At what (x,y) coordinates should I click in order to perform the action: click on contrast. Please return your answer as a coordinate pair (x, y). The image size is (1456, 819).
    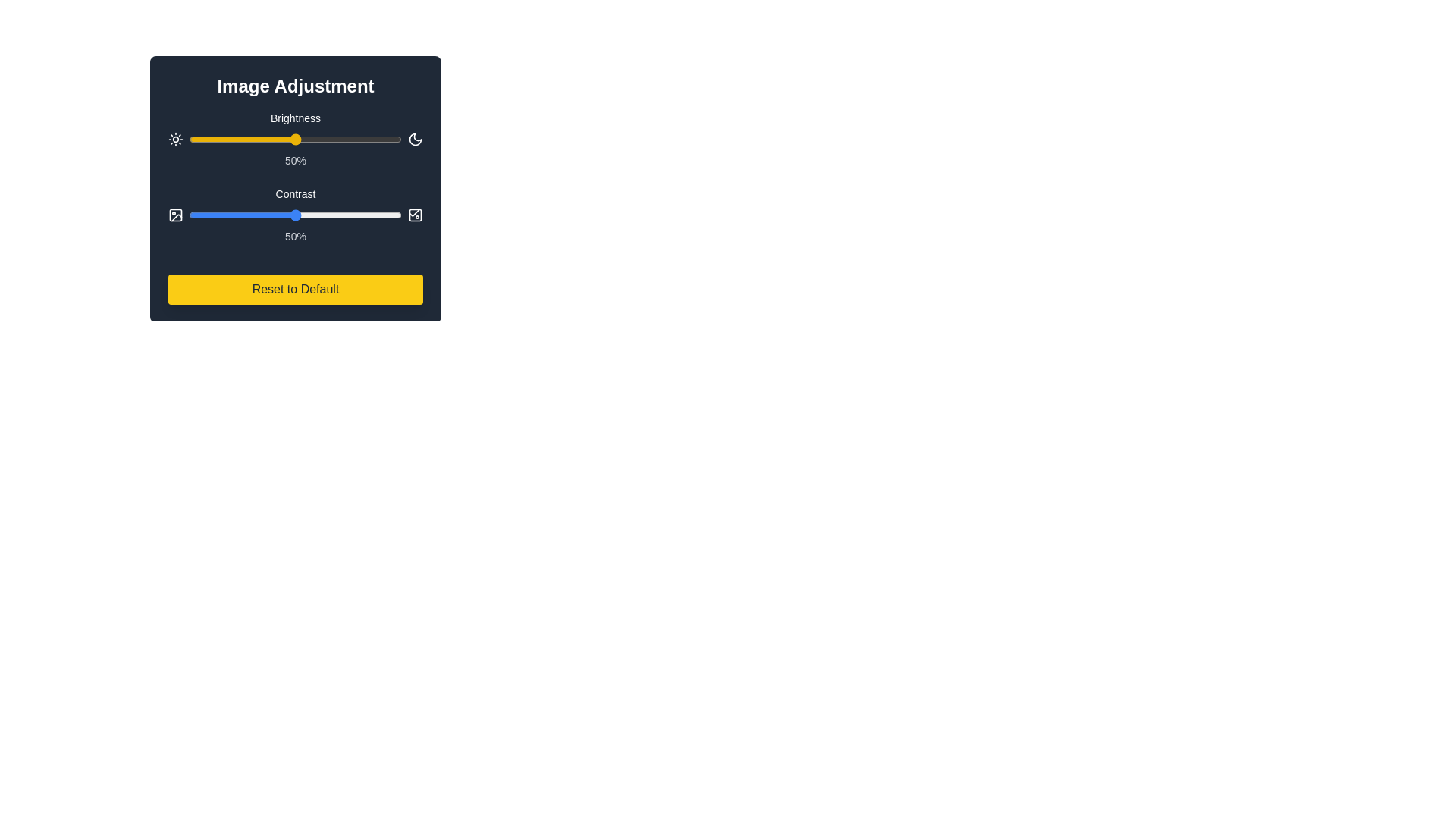
    Looking at the image, I should click on (372, 215).